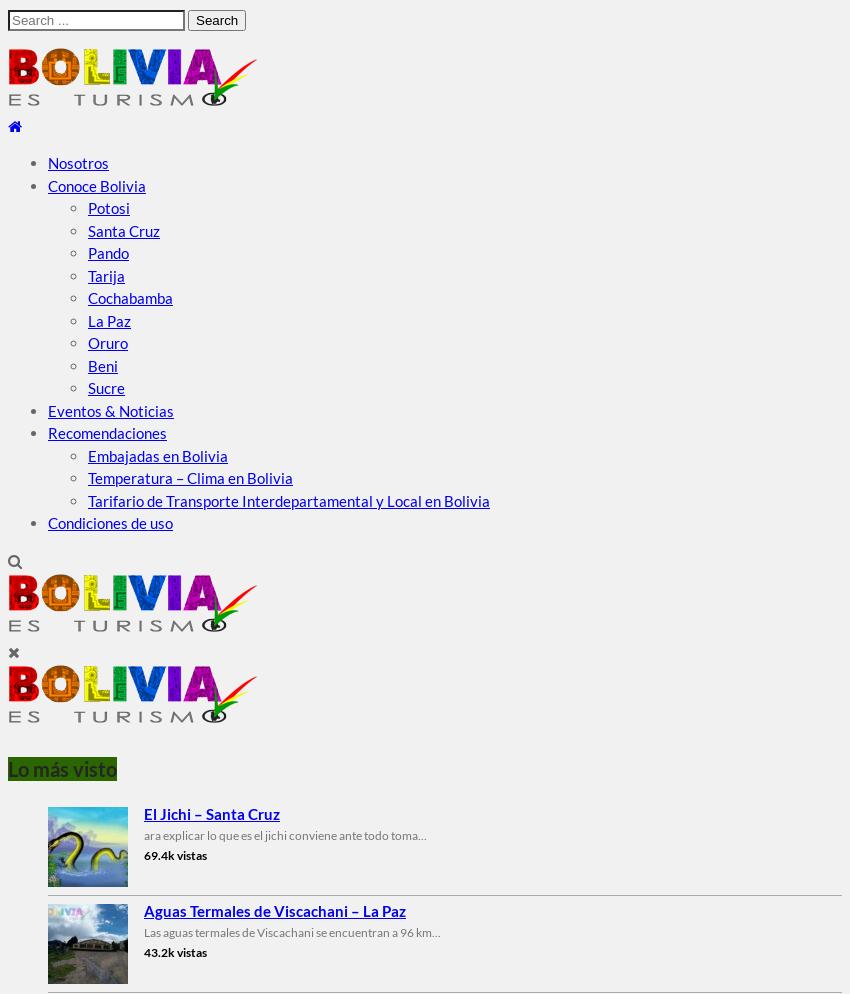  Describe the element at coordinates (107, 342) in the screenshot. I see `'Oruro'` at that location.